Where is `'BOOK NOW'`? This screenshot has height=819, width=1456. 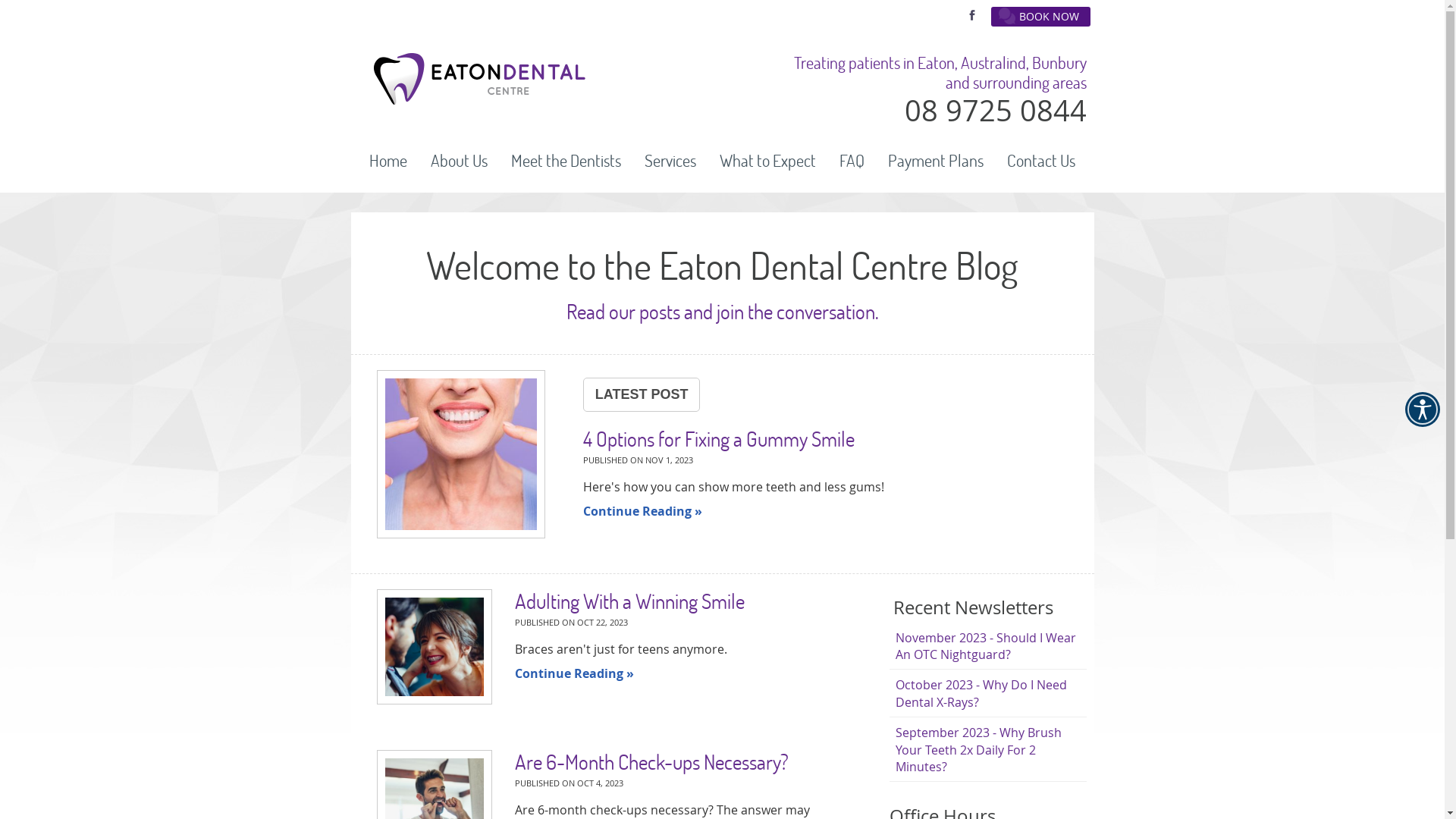 'BOOK NOW' is located at coordinates (1039, 17).